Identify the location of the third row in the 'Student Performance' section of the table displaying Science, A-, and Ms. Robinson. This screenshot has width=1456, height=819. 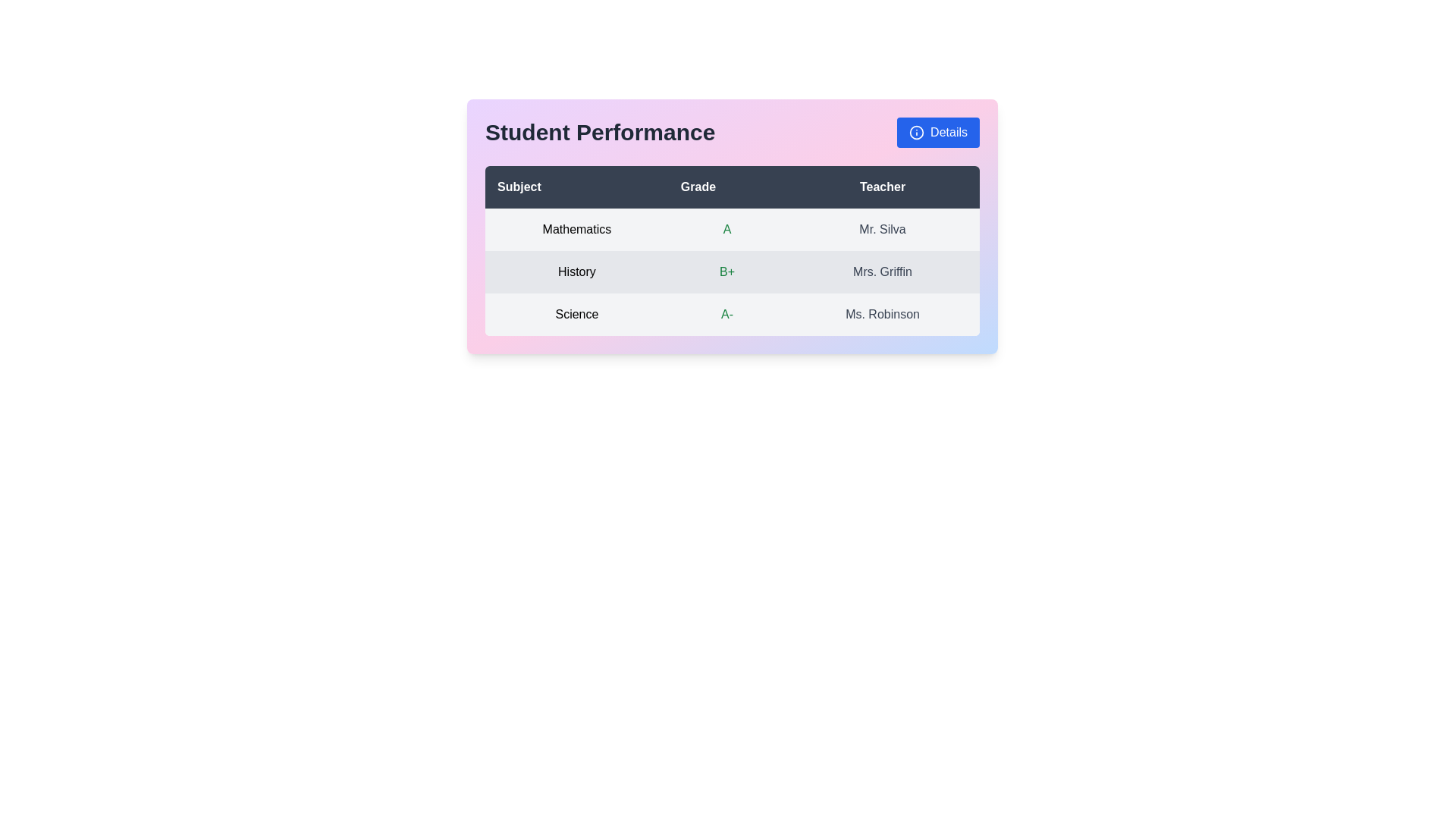
(732, 314).